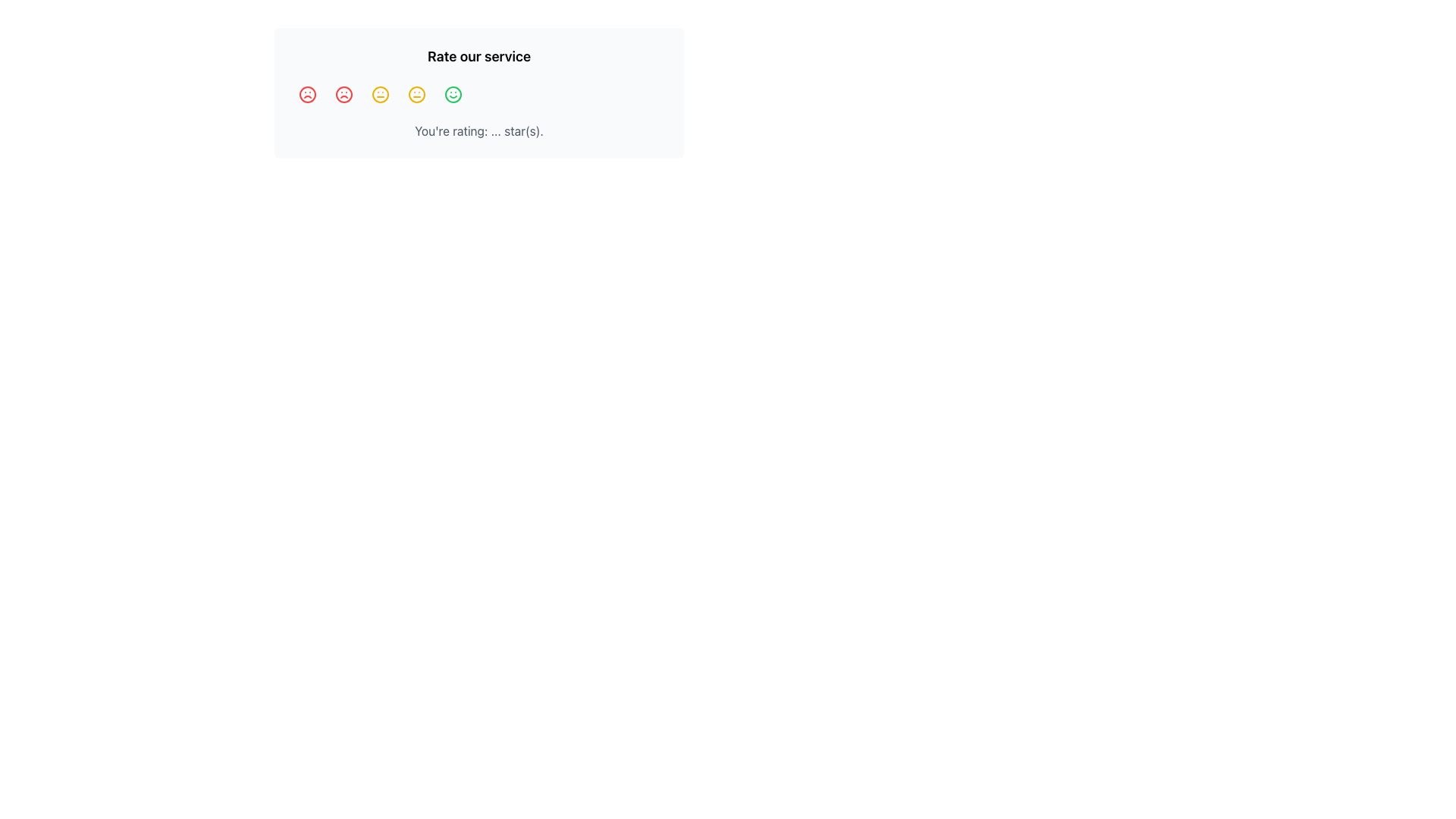  I want to click on the second icon representing a 'dissatisfied' rating in the feedback component, so click(344, 94).